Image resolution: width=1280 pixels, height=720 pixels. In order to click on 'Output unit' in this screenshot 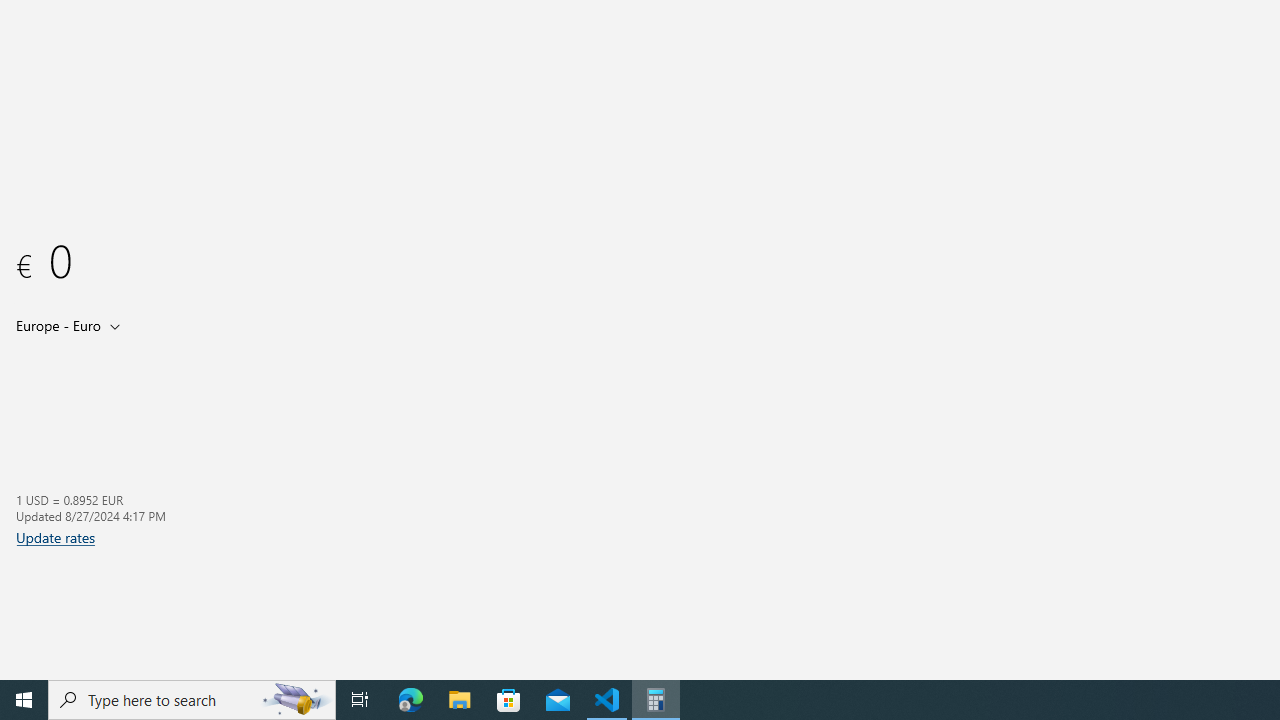, I will do `click(72, 324)`.